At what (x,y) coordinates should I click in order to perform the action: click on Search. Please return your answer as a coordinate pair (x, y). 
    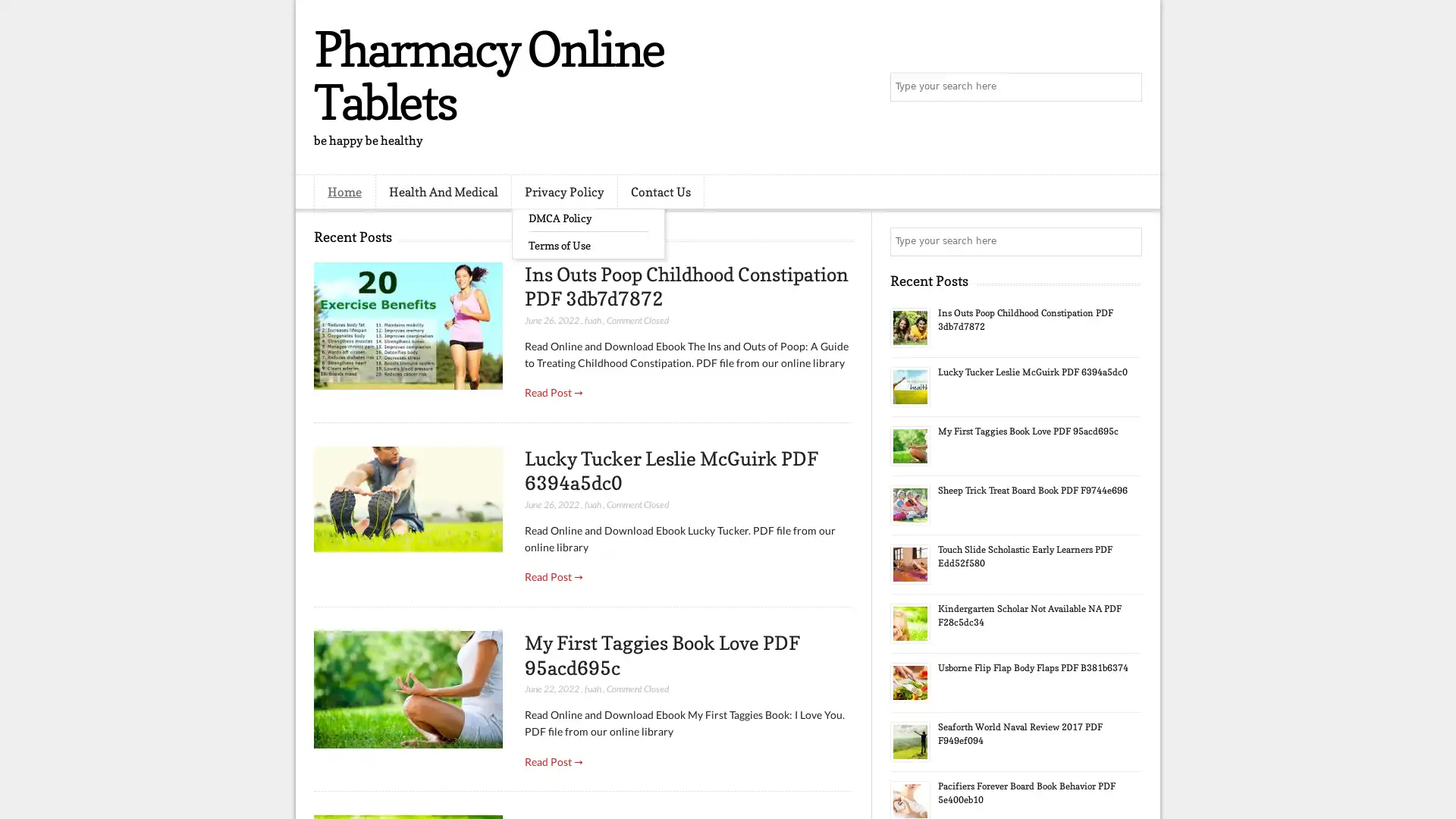
    Looking at the image, I should click on (1126, 87).